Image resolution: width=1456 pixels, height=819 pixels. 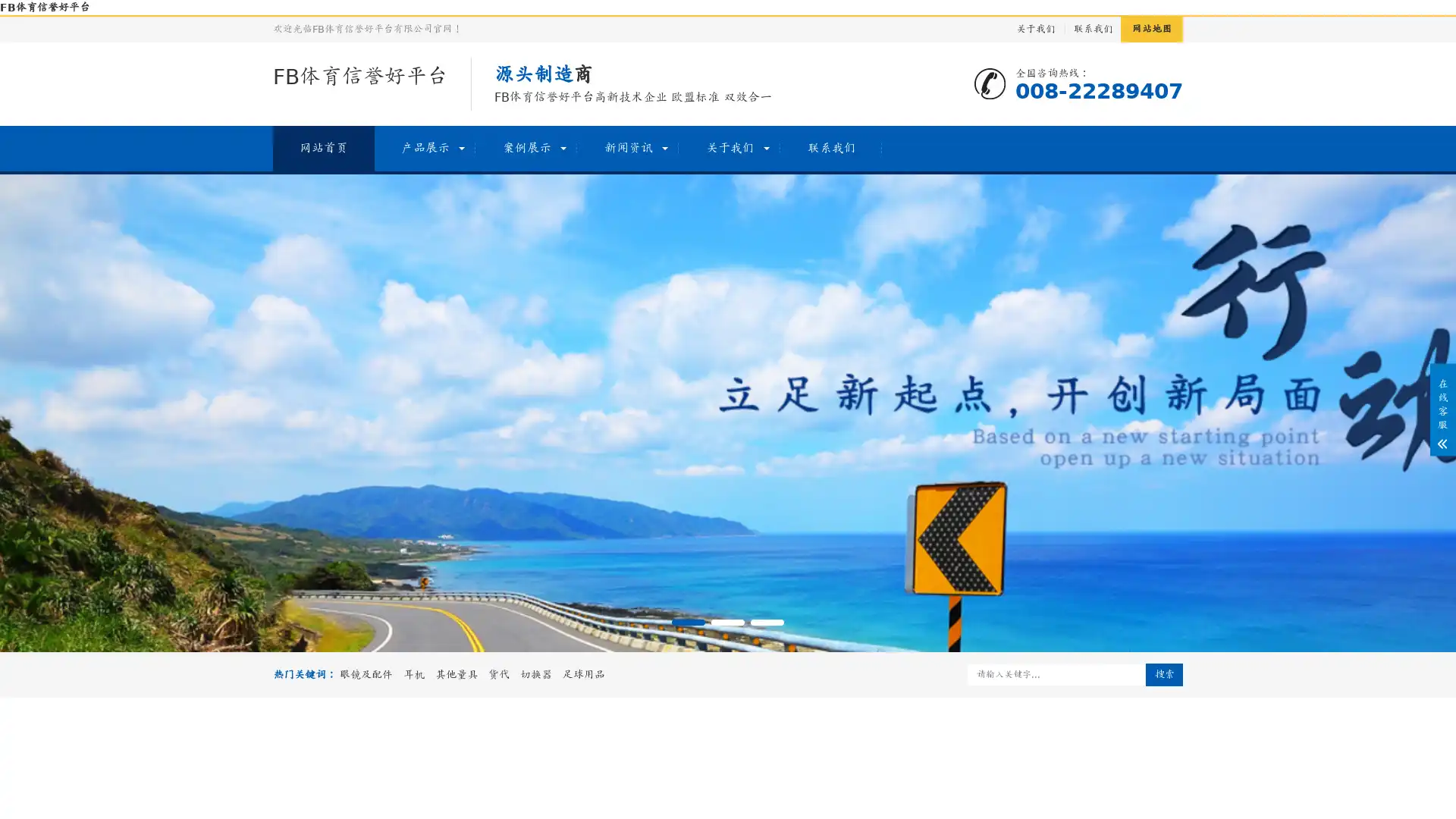 I want to click on Go to slide 1, so click(x=687, y=623).